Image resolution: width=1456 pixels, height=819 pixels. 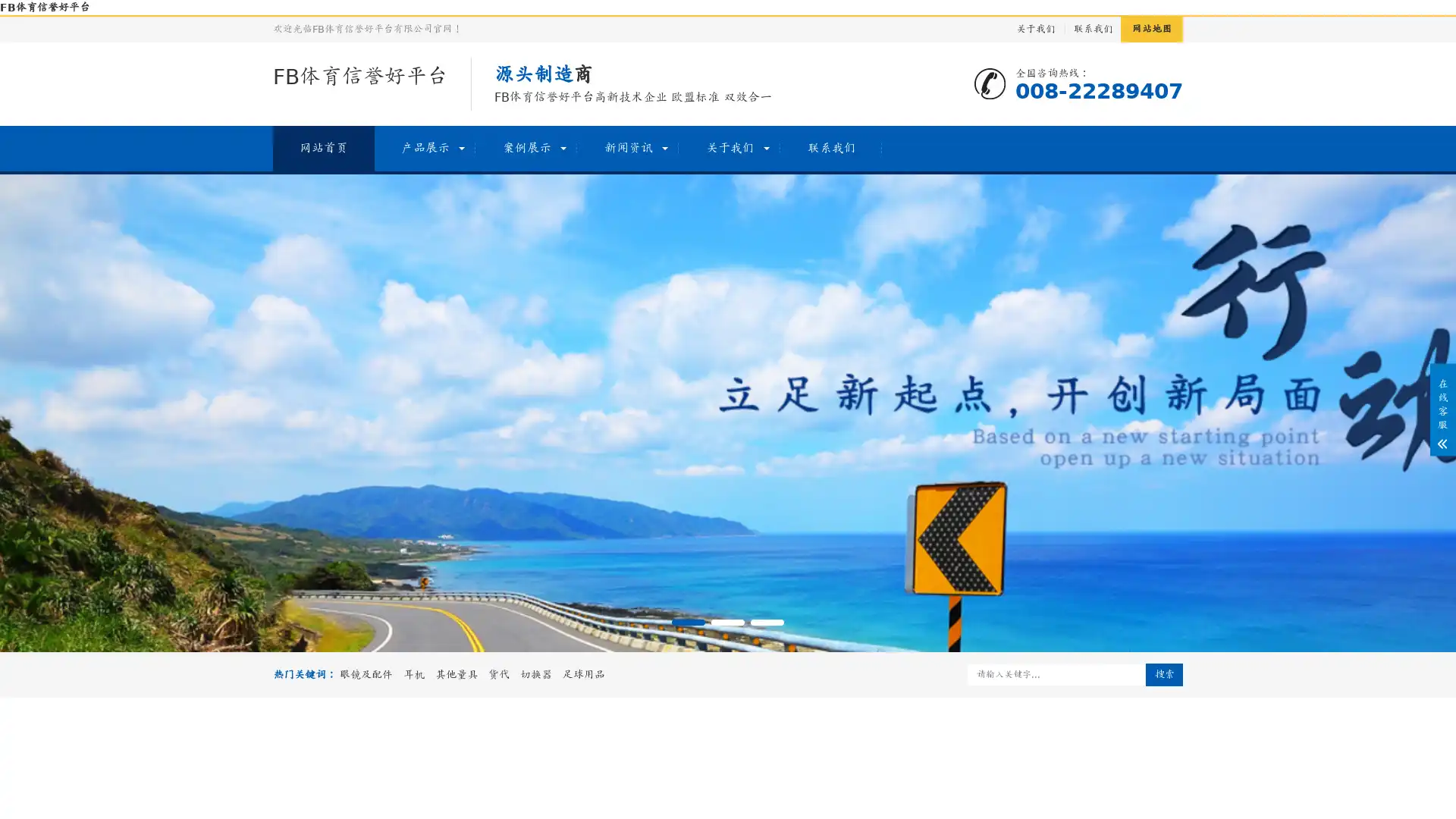 I want to click on Go to slide 1, so click(x=687, y=623).